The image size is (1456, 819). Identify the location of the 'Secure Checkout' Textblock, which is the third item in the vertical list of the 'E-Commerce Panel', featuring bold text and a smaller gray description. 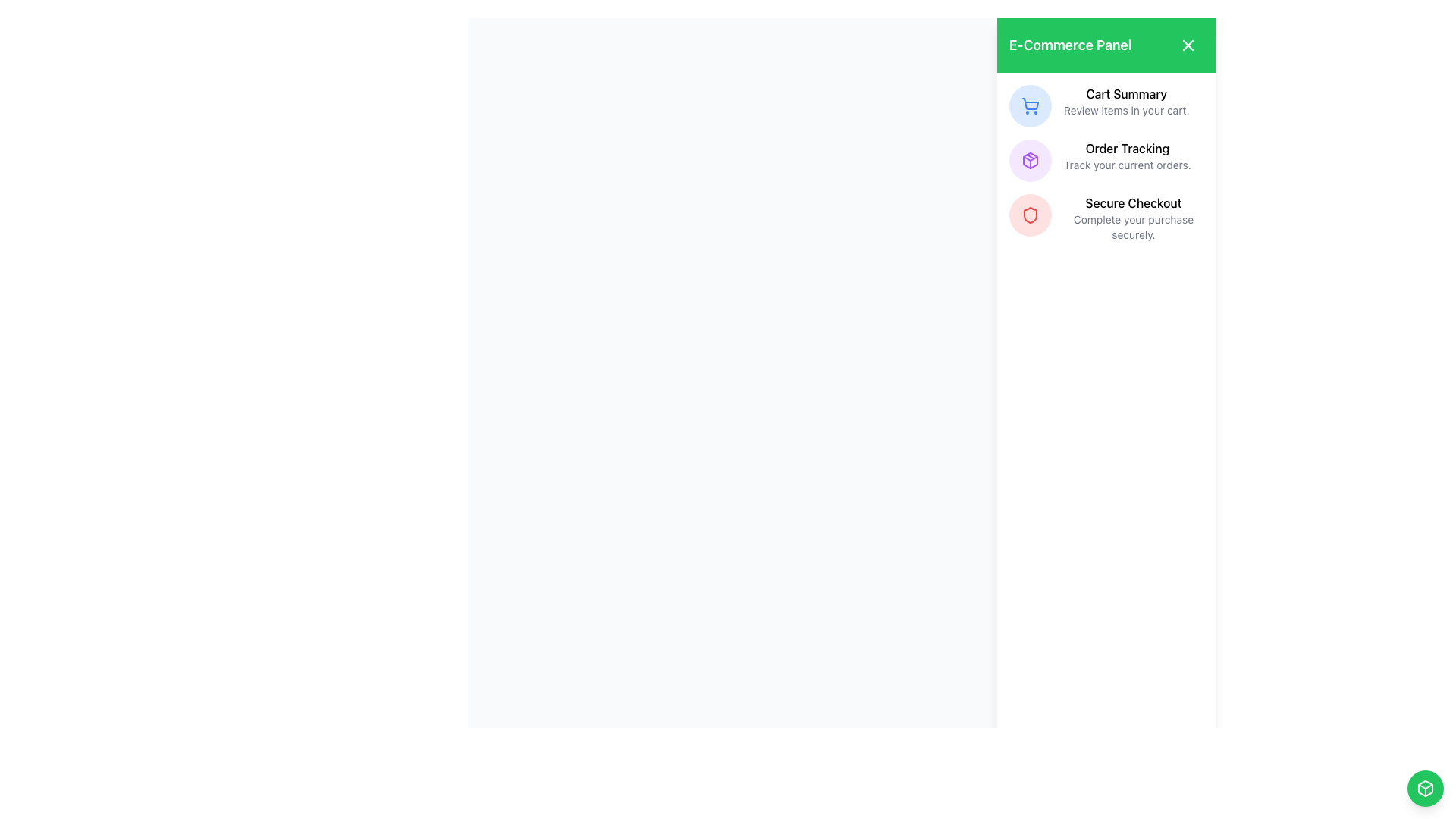
(1133, 218).